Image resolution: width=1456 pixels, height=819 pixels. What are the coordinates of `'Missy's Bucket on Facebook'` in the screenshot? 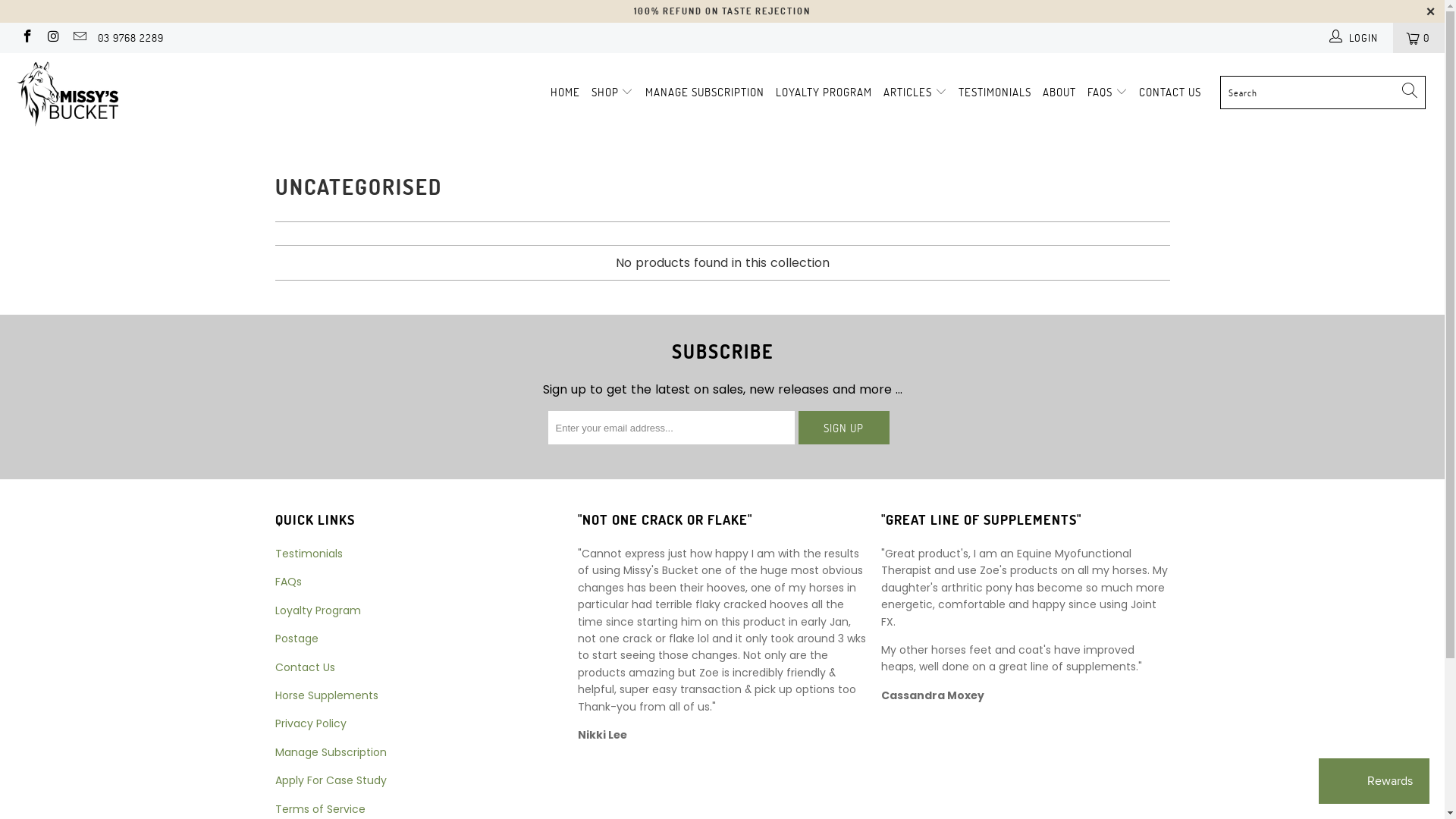 It's located at (26, 37).